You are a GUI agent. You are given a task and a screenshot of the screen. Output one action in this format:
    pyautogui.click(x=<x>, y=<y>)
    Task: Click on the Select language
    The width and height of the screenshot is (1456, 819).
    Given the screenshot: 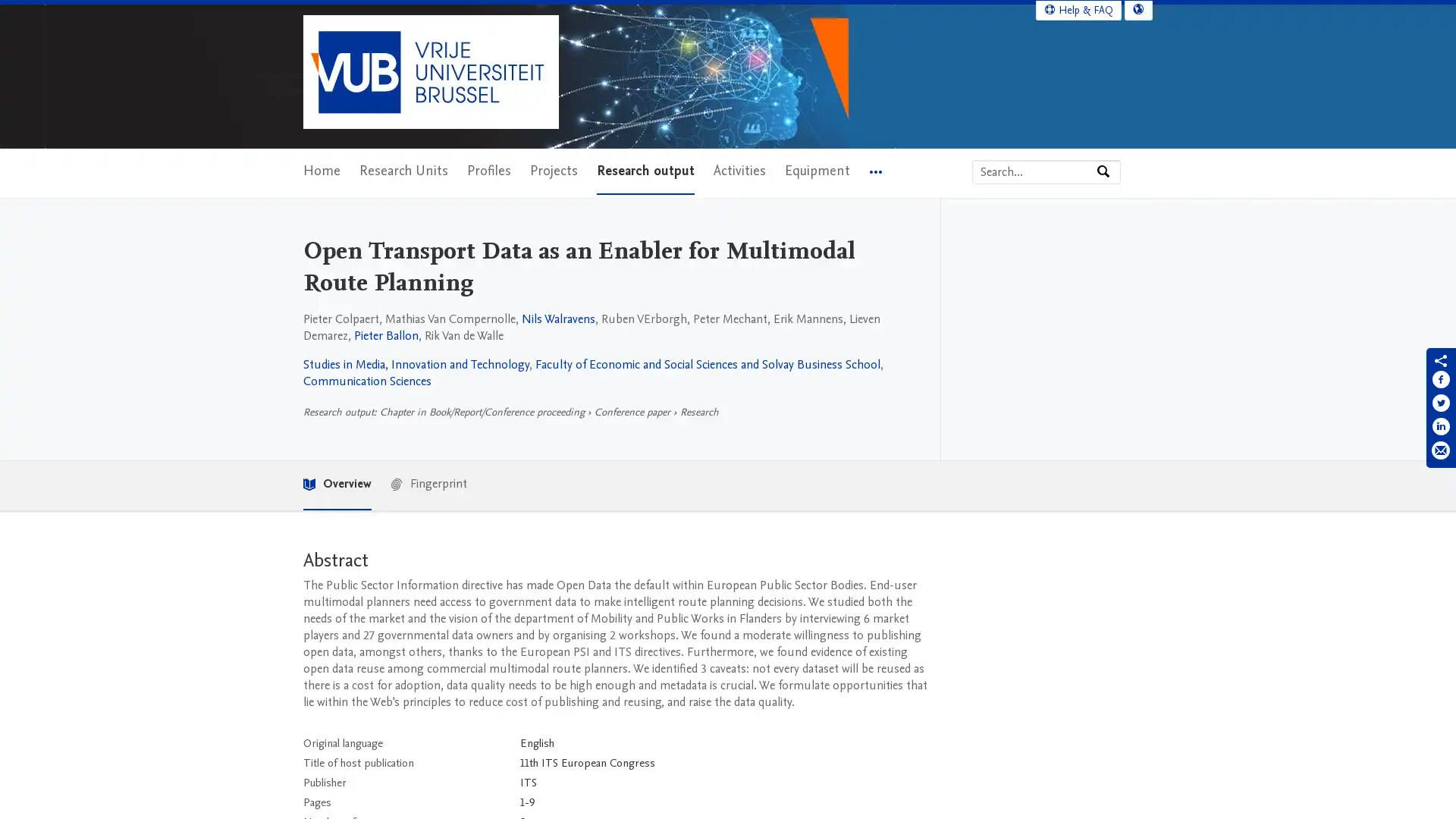 What is the action you would take?
    pyautogui.click(x=1138, y=9)
    